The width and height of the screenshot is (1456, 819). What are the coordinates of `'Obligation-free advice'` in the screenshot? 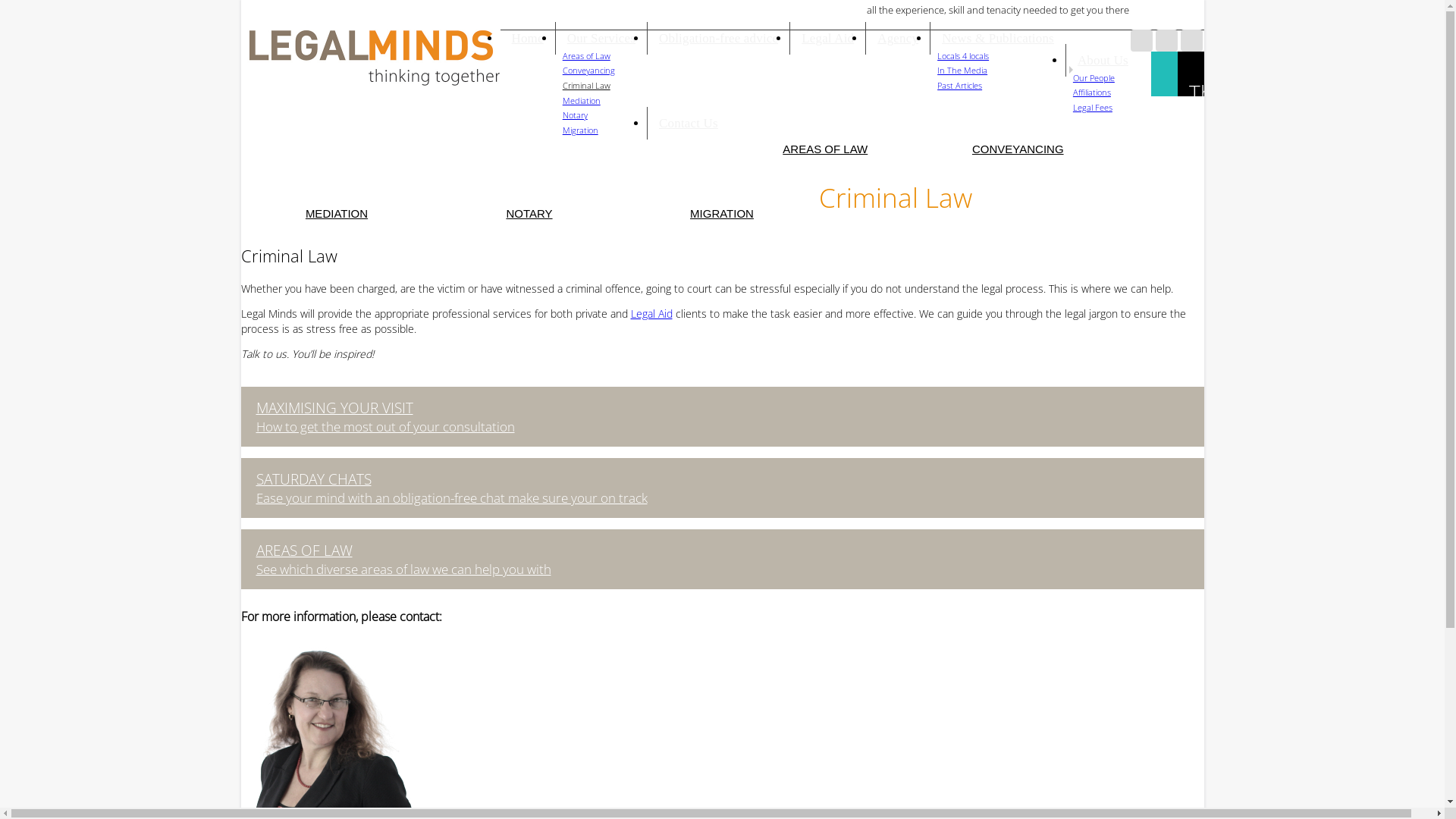 It's located at (717, 37).